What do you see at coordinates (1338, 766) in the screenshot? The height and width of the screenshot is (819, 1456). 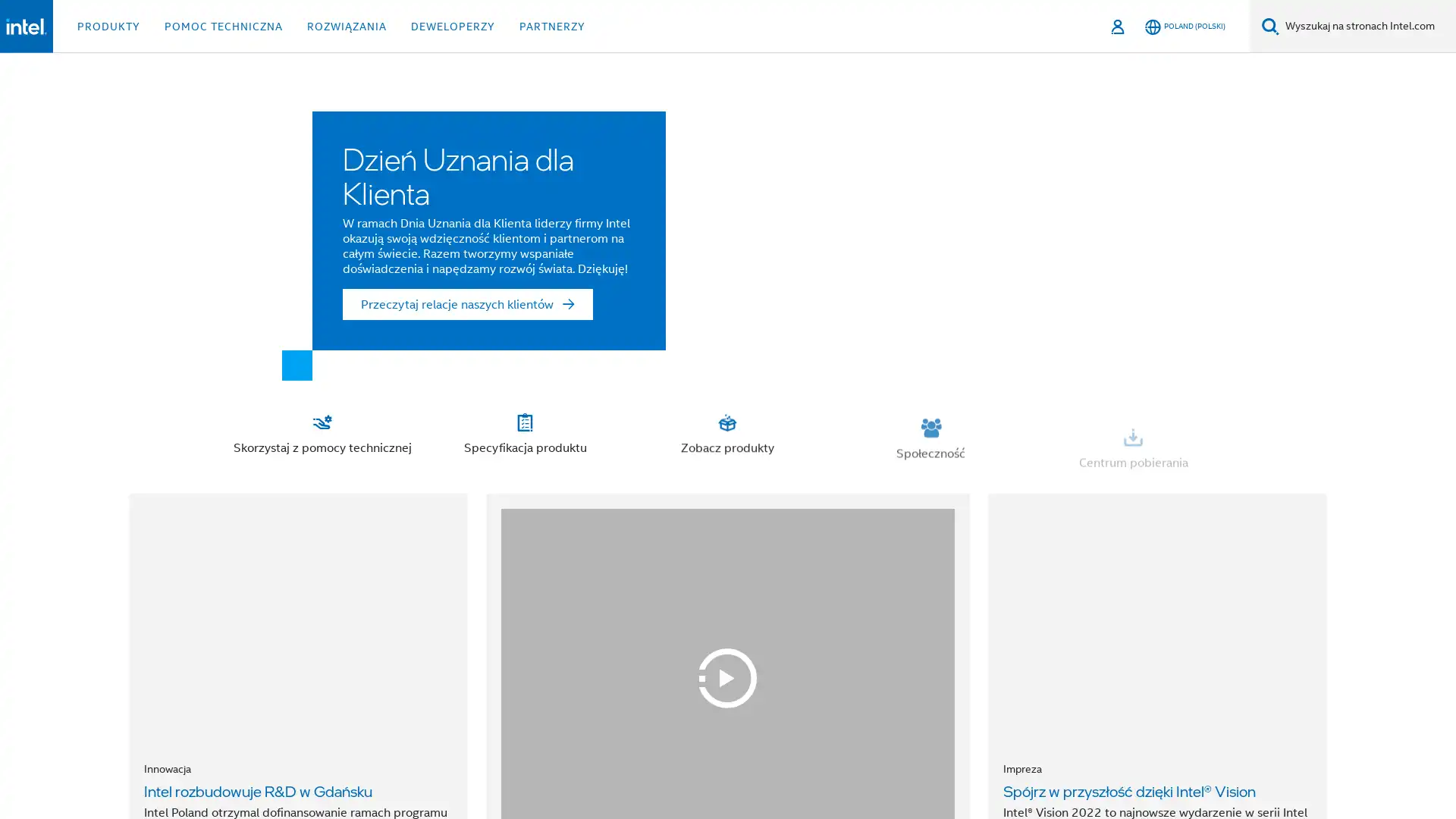 I see `Dezaktywuj pliki cookie` at bounding box center [1338, 766].